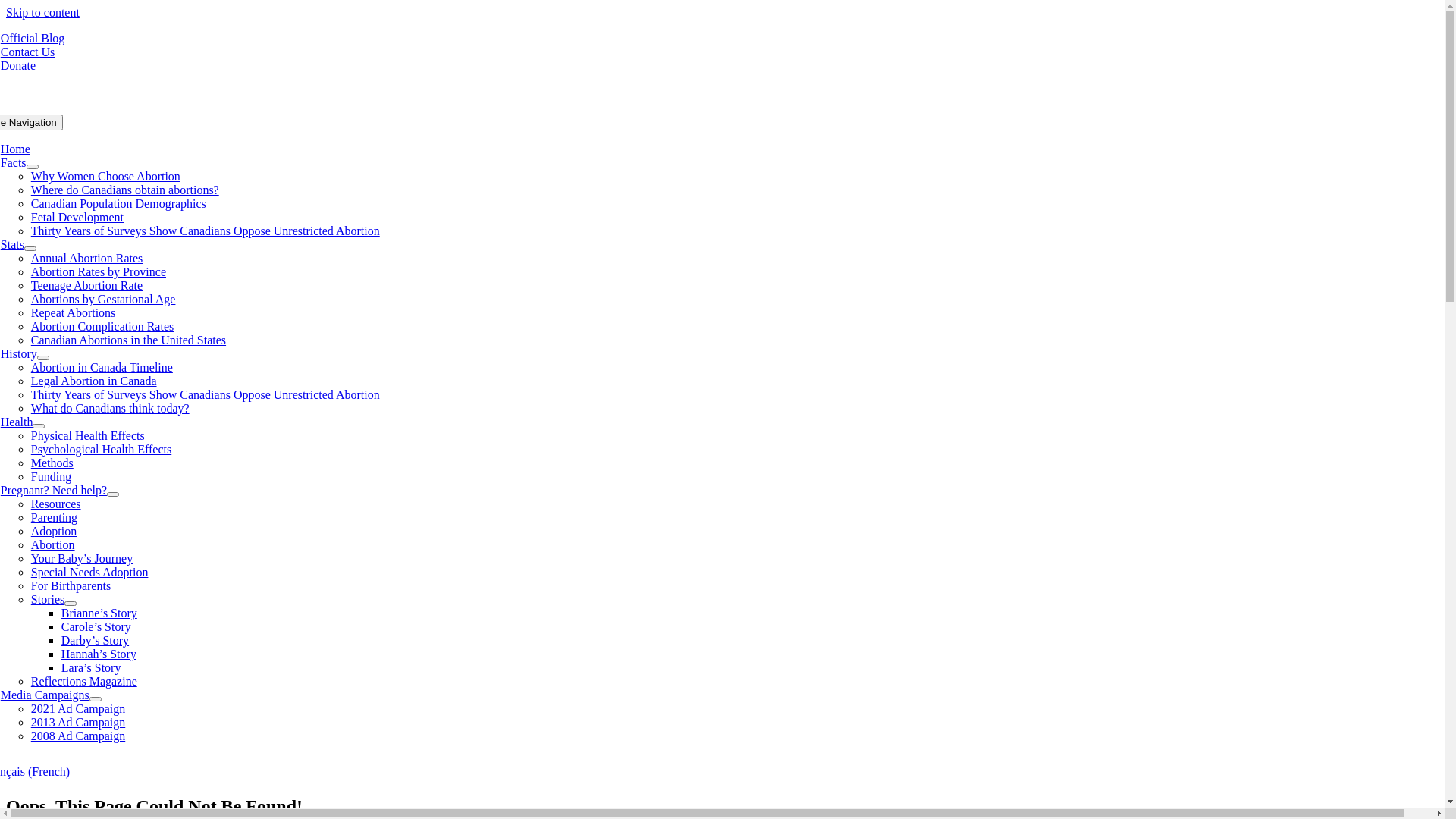  I want to click on 'Reflections Magazine', so click(83, 680).